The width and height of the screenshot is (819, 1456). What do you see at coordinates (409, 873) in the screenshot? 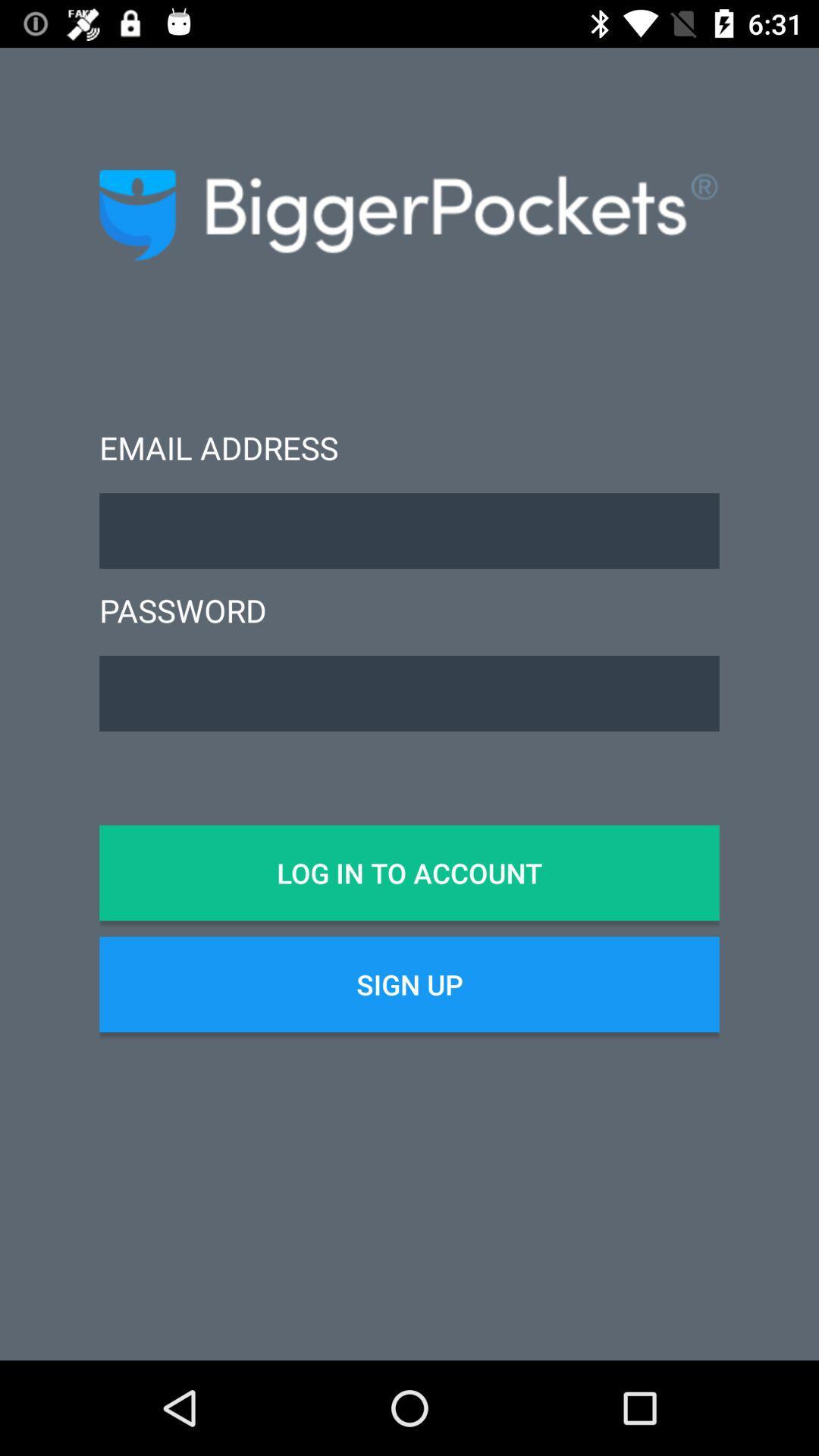
I see `the log in to icon` at bounding box center [409, 873].